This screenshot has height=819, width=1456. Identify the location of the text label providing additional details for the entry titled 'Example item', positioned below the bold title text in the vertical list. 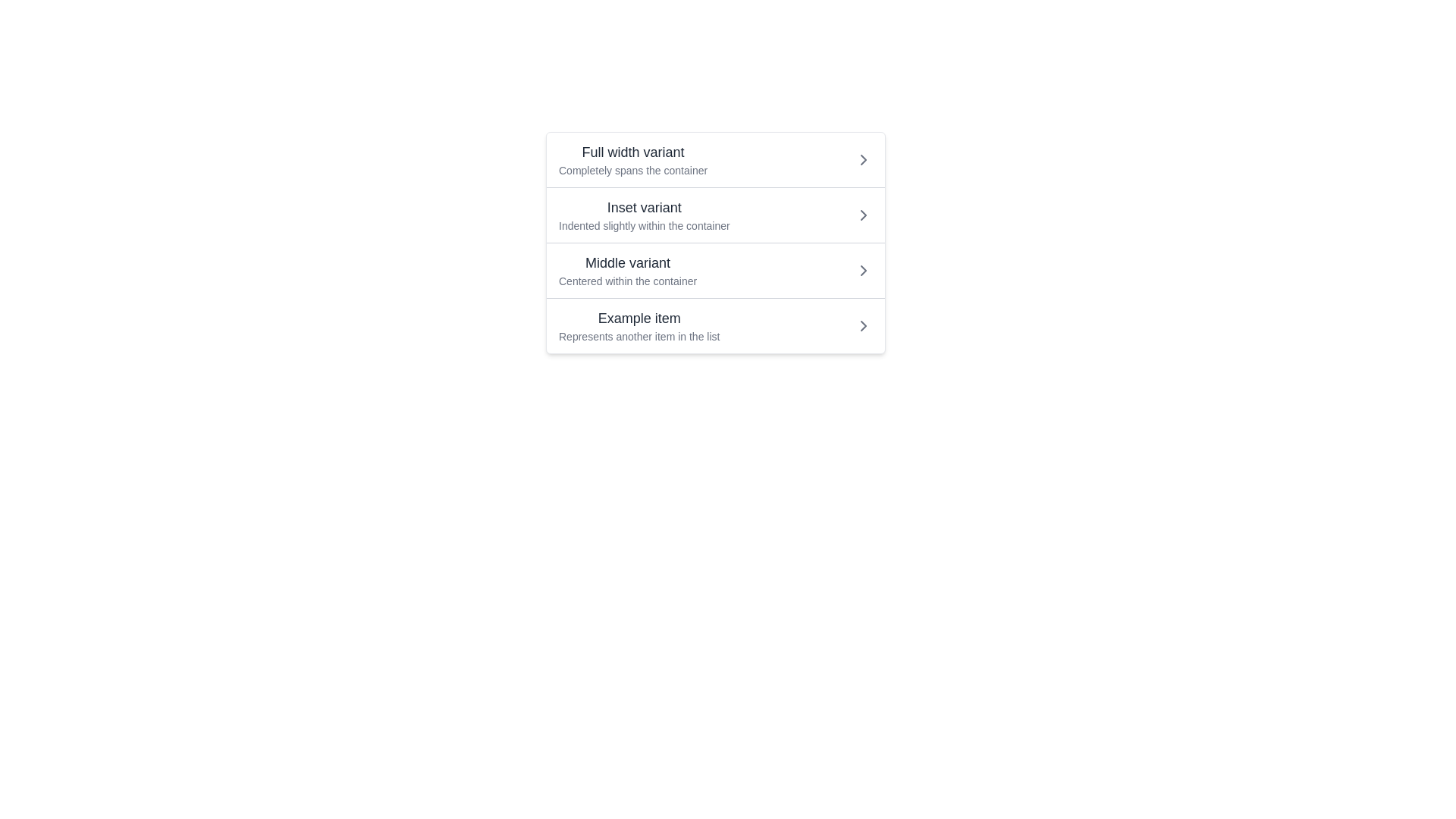
(639, 335).